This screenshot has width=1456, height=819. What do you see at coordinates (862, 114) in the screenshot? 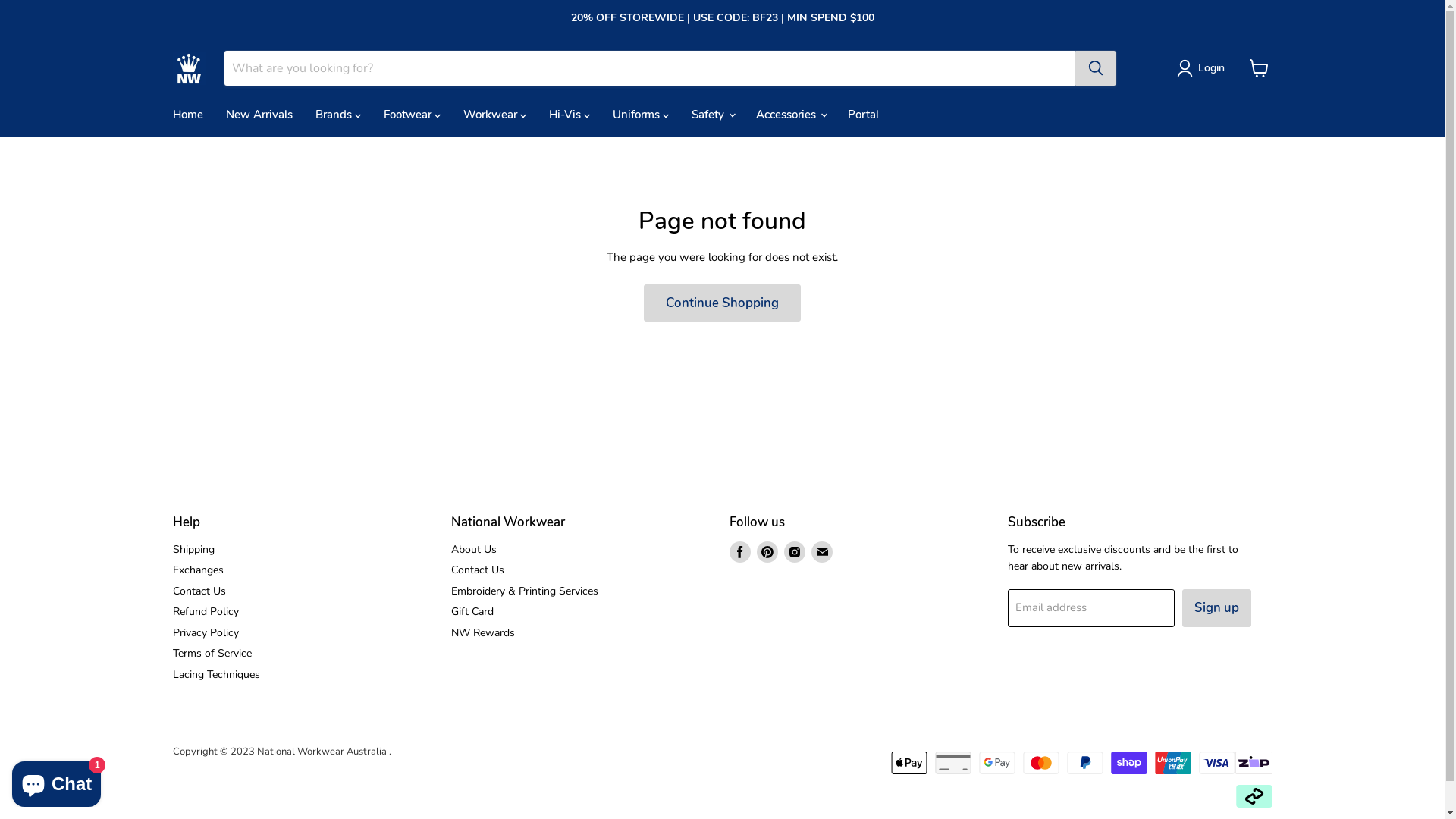
I see `'Portal'` at bounding box center [862, 114].